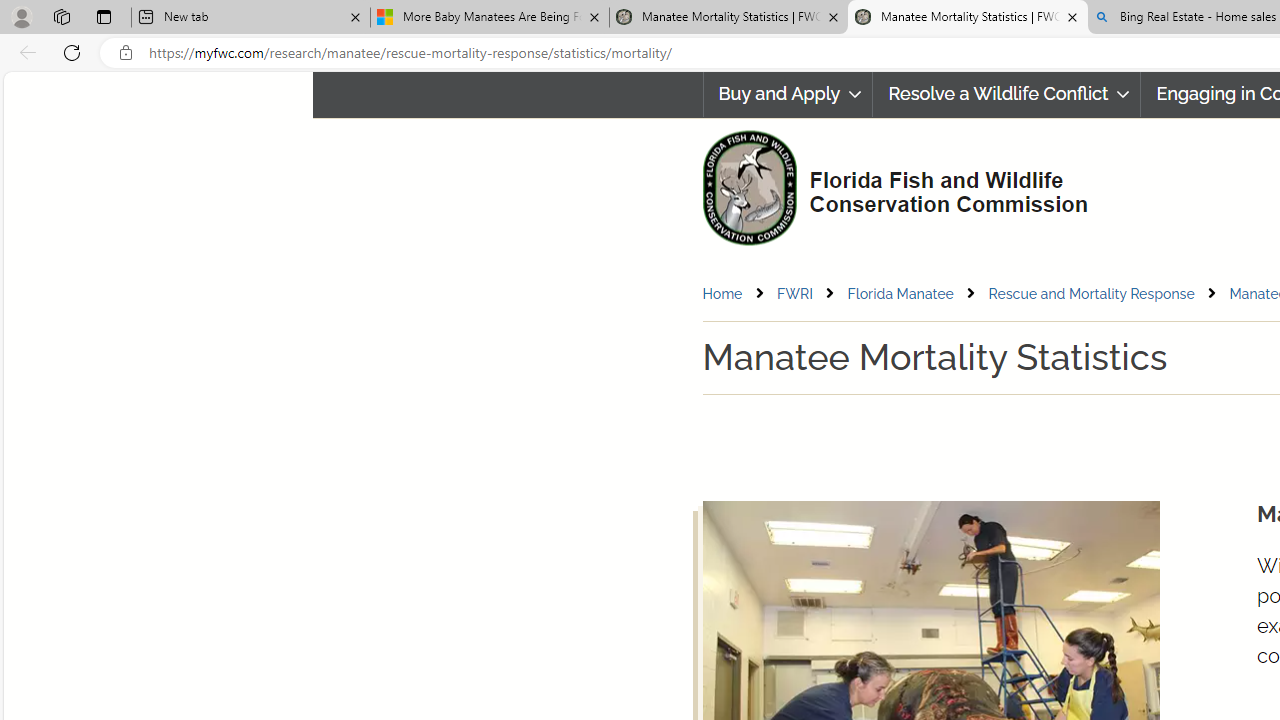  Describe the element at coordinates (1007, 94) in the screenshot. I see `'Resolve a Wildlife Conflict'` at that location.